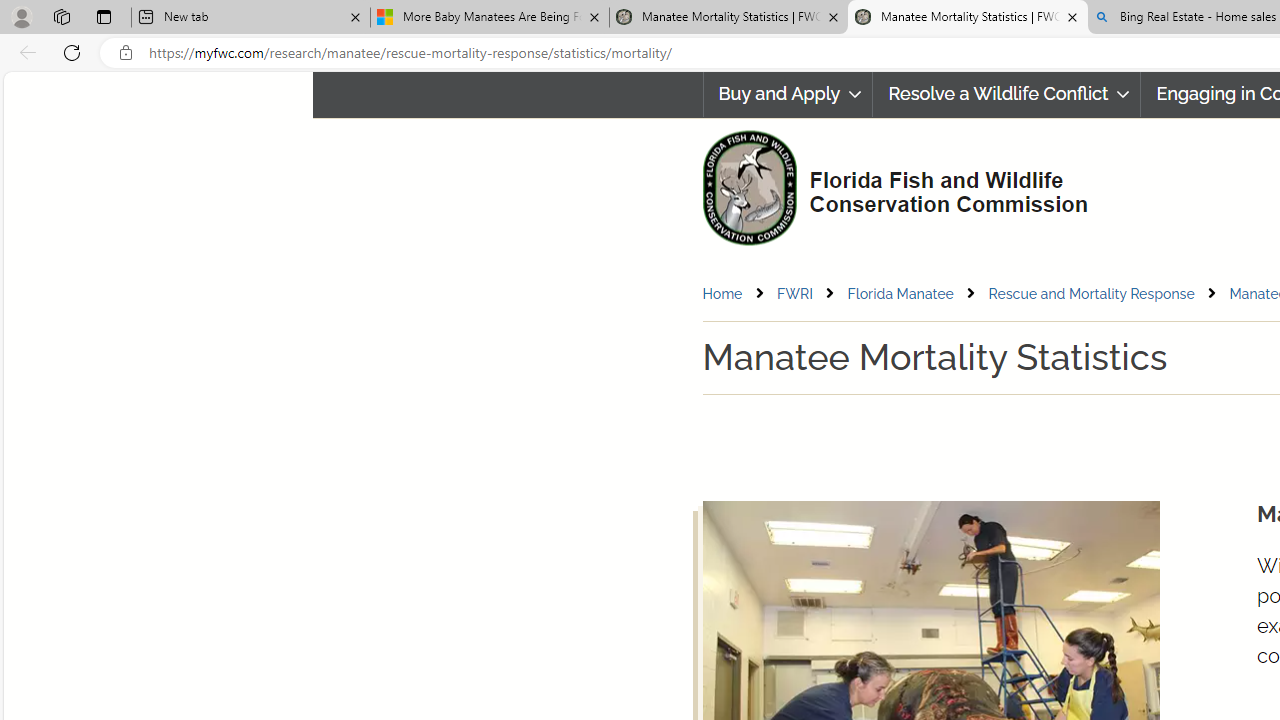  Describe the element at coordinates (1007, 94) in the screenshot. I see `'Resolve a Wildlife Conflict'` at that location.